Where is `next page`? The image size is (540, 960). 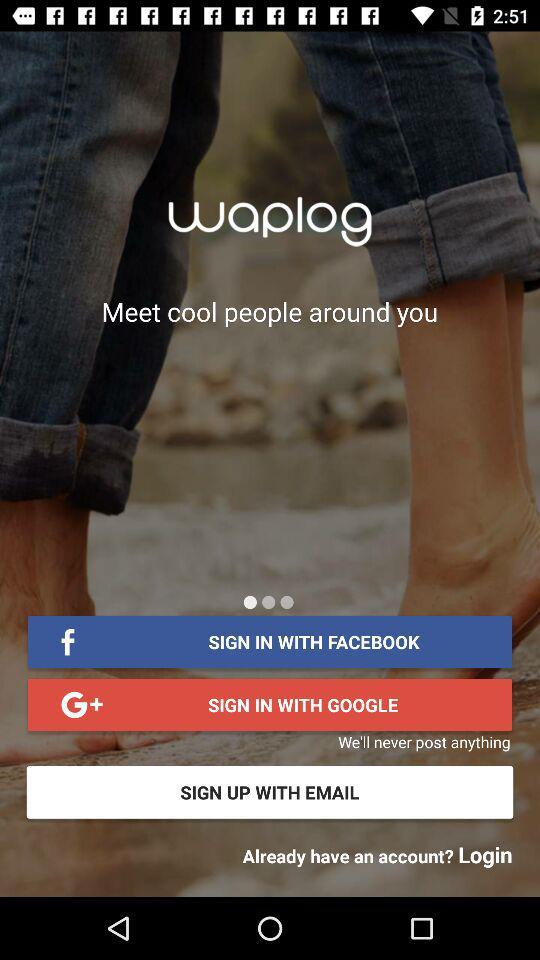
next page is located at coordinates (268, 601).